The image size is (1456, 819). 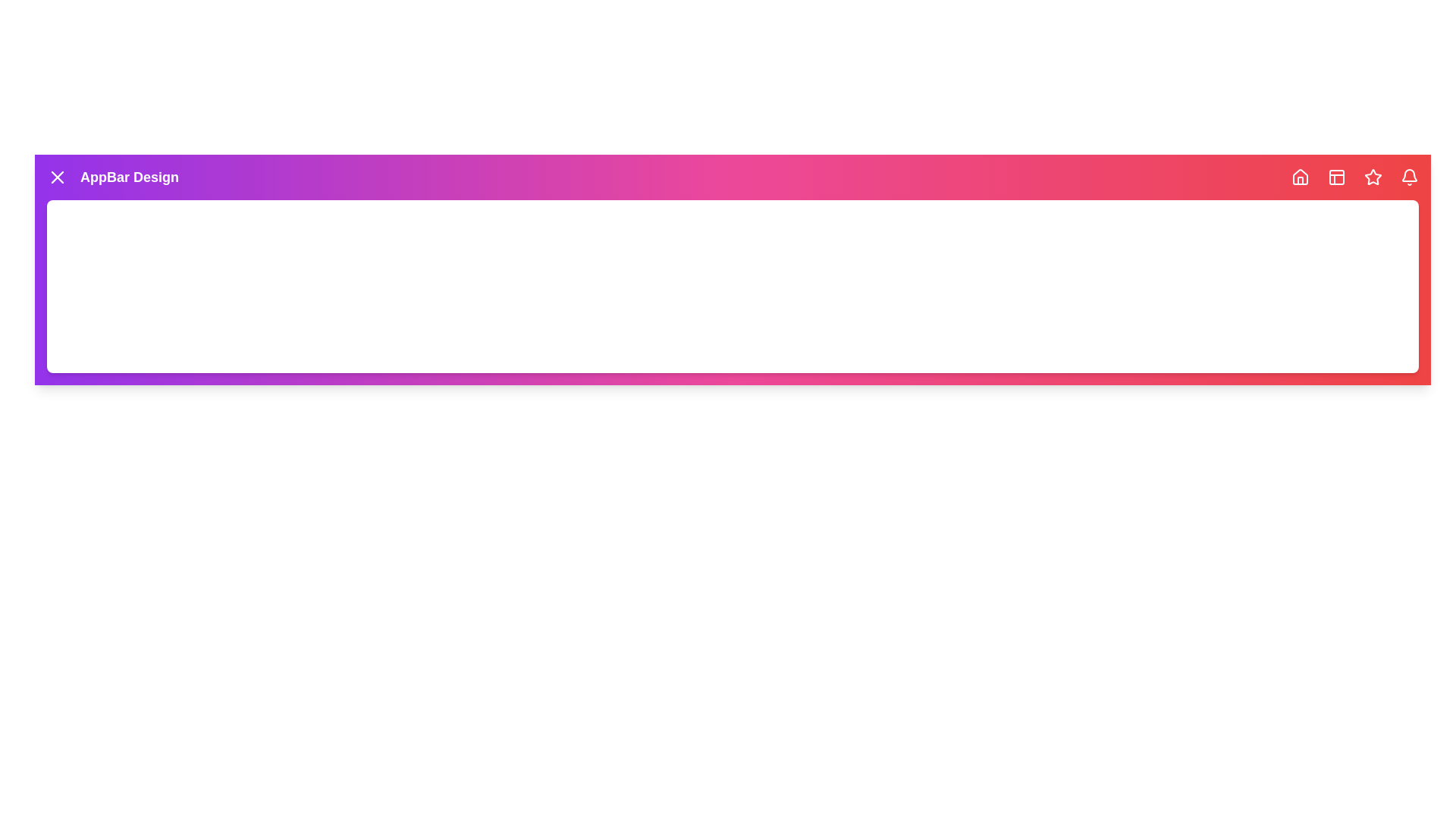 What do you see at coordinates (1408, 177) in the screenshot?
I see `the navigation icon Notifications` at bounding box center [1408, 177].